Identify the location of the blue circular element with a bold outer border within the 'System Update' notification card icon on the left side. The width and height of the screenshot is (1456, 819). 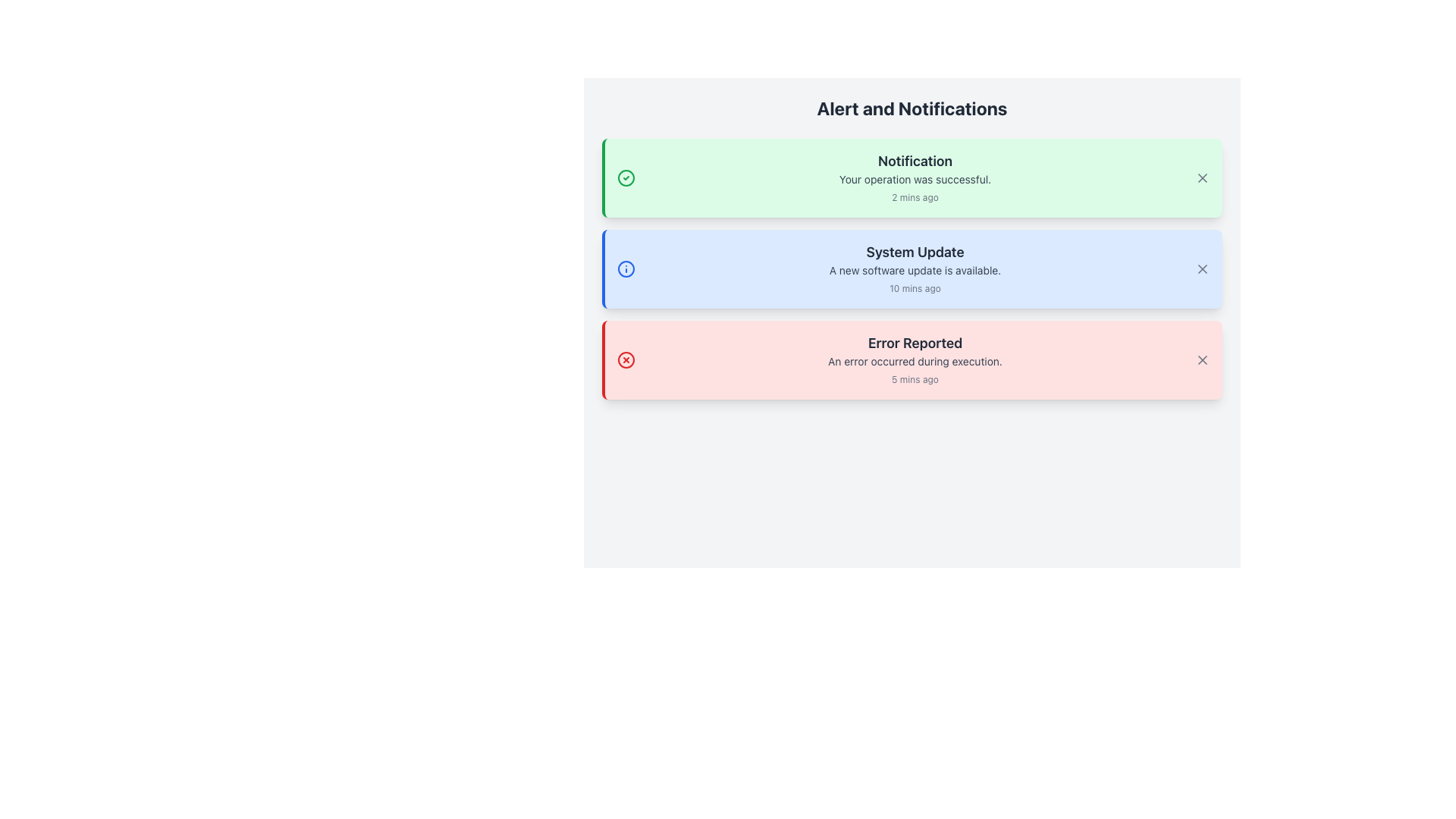
(626, 268).